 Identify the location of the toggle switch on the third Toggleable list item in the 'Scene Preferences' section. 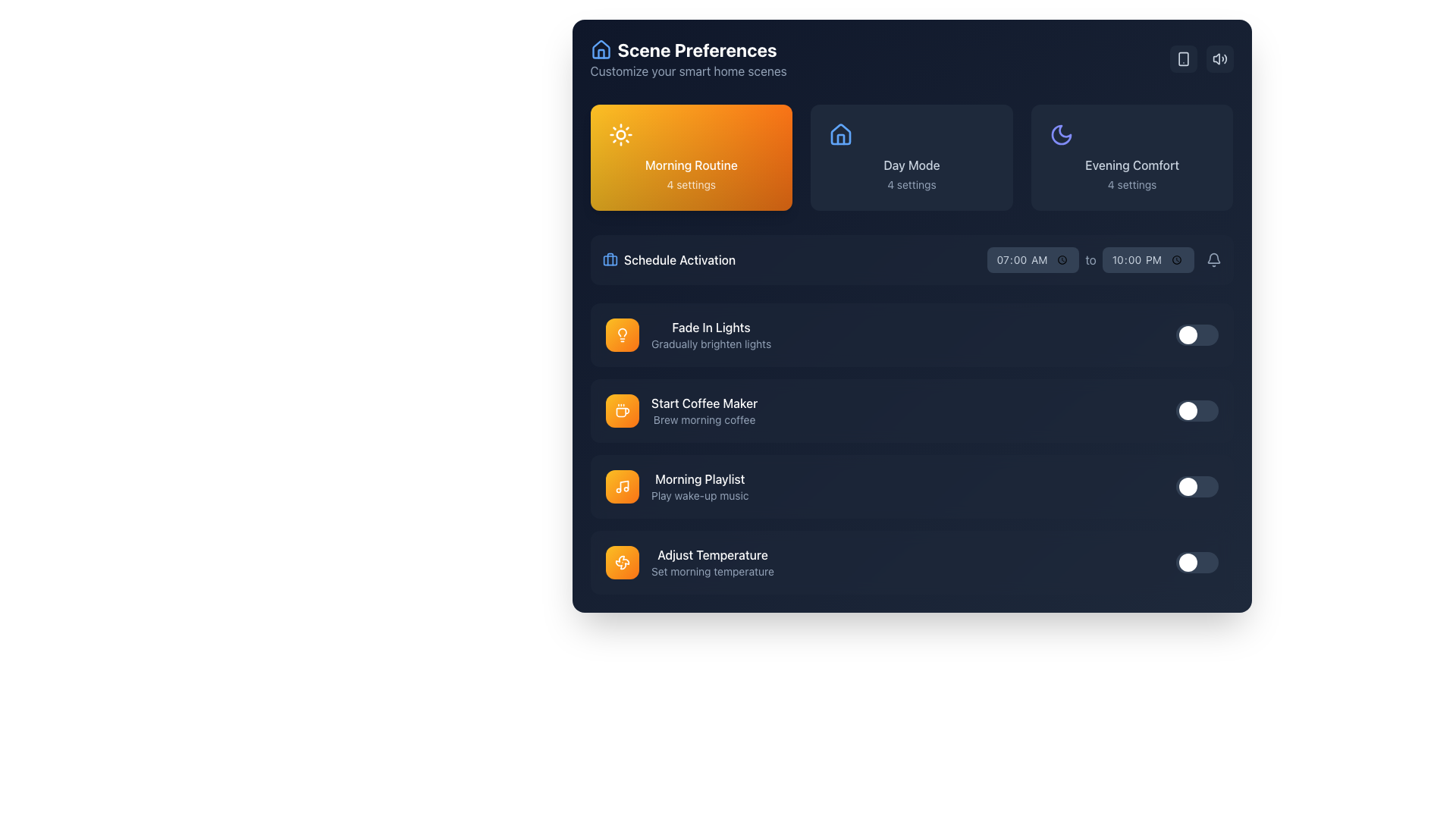
(911, 486).